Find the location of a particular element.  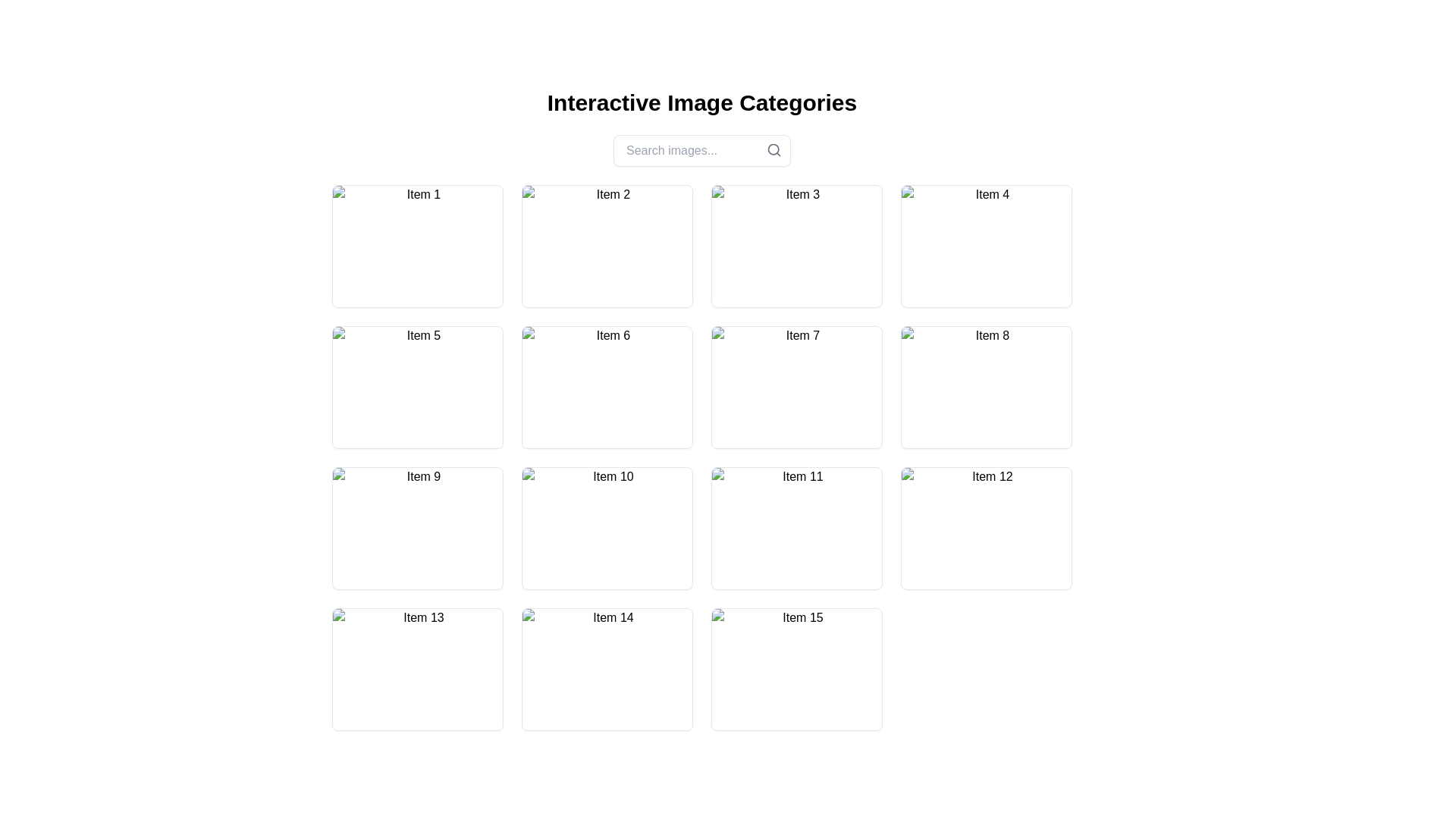

the image labeled 'Item 8' is located at coordinates (986, 386).